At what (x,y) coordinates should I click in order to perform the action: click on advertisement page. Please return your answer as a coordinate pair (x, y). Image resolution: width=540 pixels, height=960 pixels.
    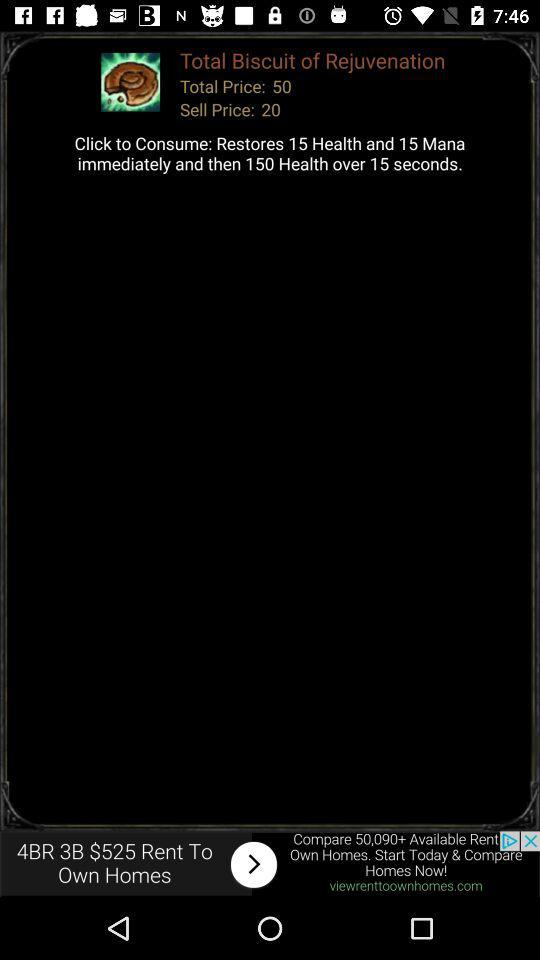
    Looking at the image, I should click on (270, 863).